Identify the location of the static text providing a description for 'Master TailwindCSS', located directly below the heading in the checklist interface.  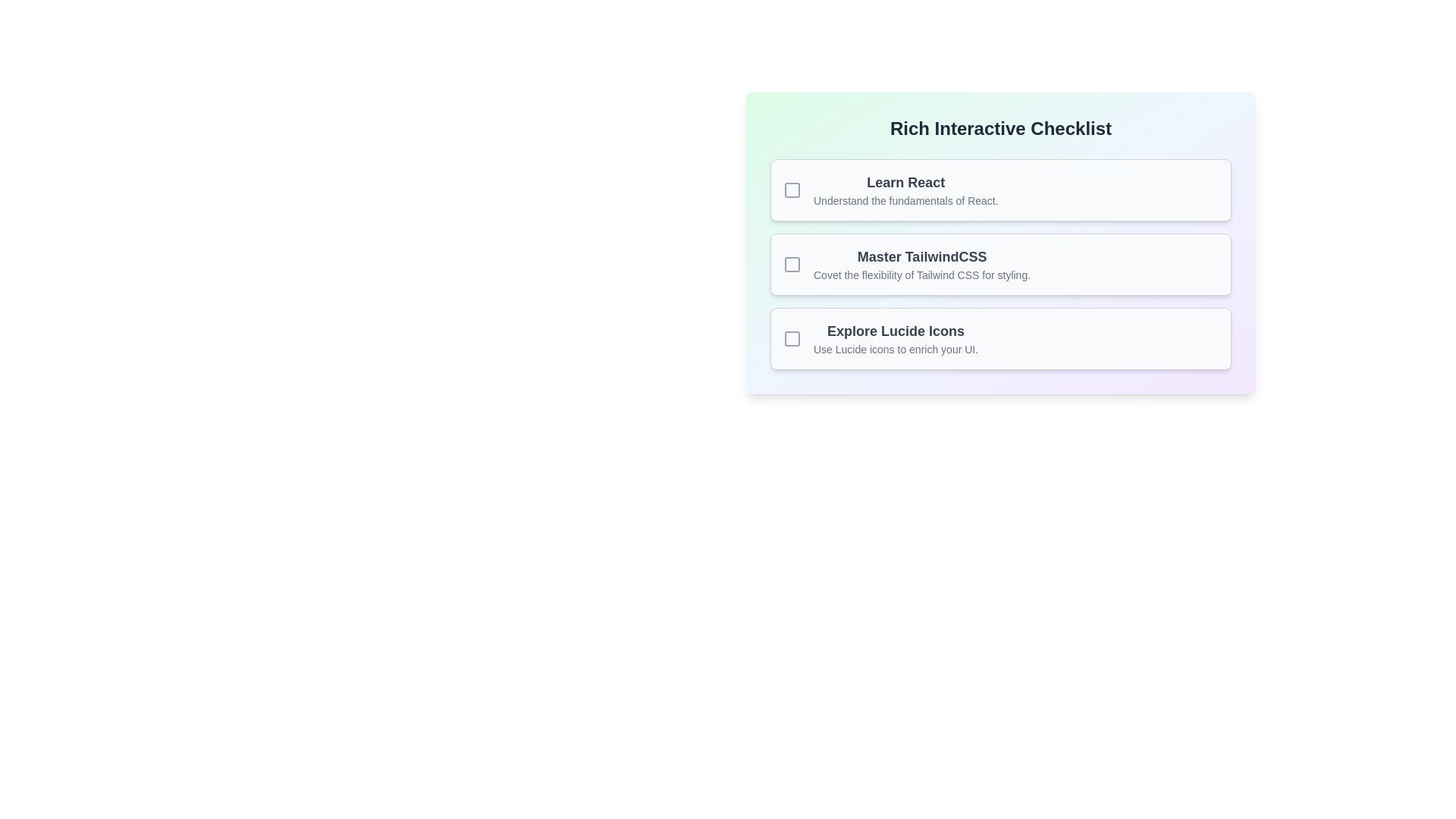
(921, 275).